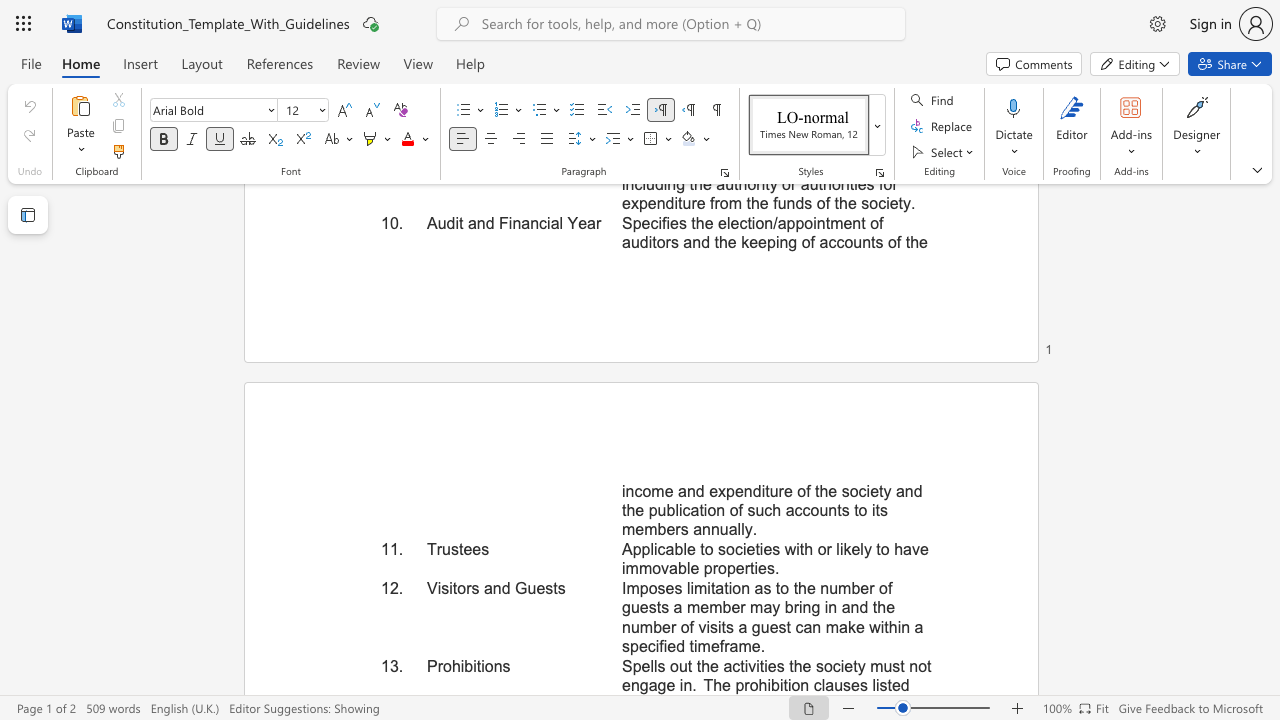 This screenshot has height=720, width=1280. What do you see at coordinates (620, 568) in the screenshot?
I see `the subset text "immova" within the text "Applicable to societies with or likely to have immovable properties."` at bounding box center [620, 568].